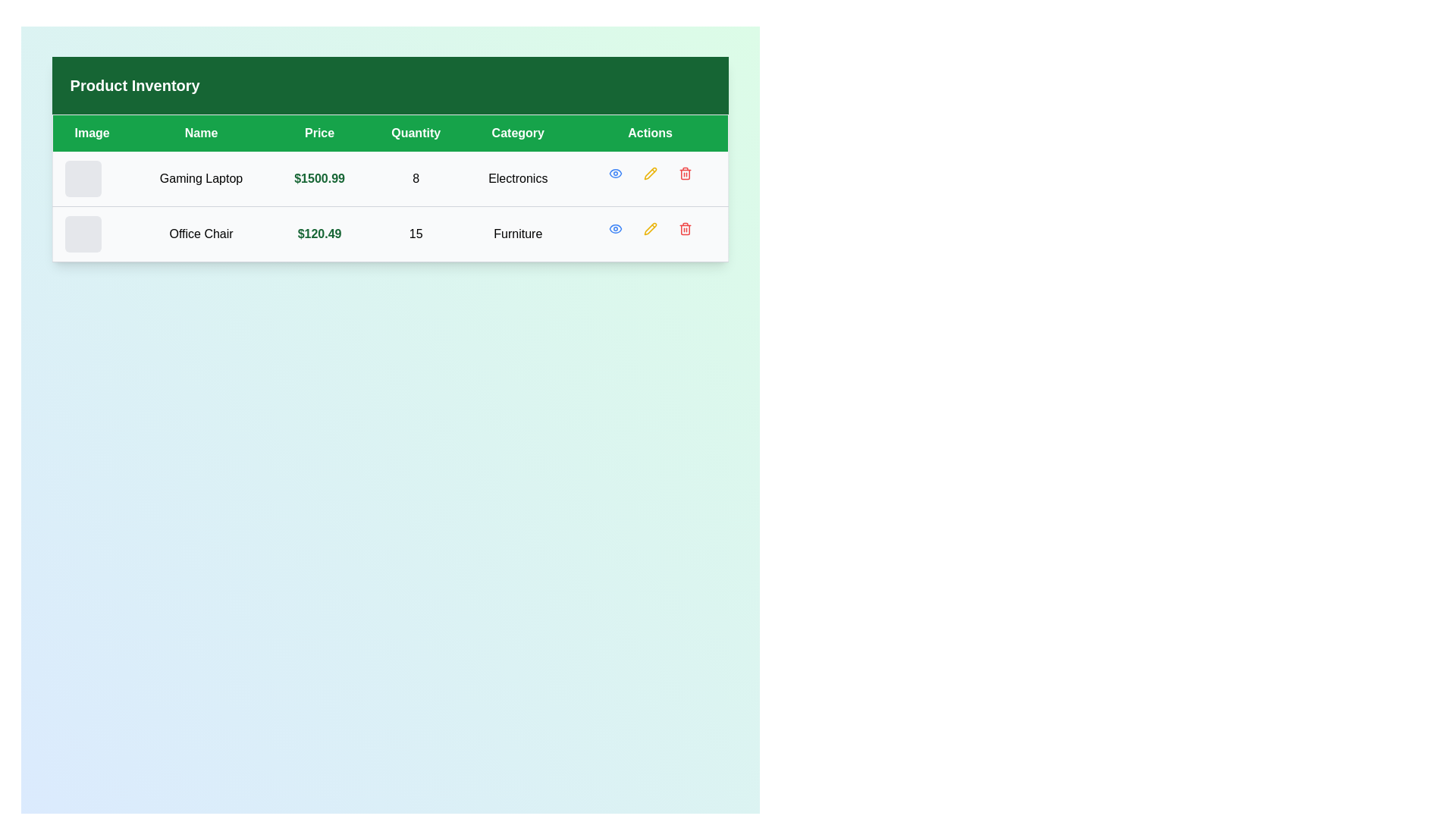  What do you see at coordinates (650, 172) in the screenshot?
I see `the pencil icon with a yellow outline in the 'Actions' column of the table for the 'Gaming Laptop' entry for accessibility purposes` at bounding box center [650, 172].